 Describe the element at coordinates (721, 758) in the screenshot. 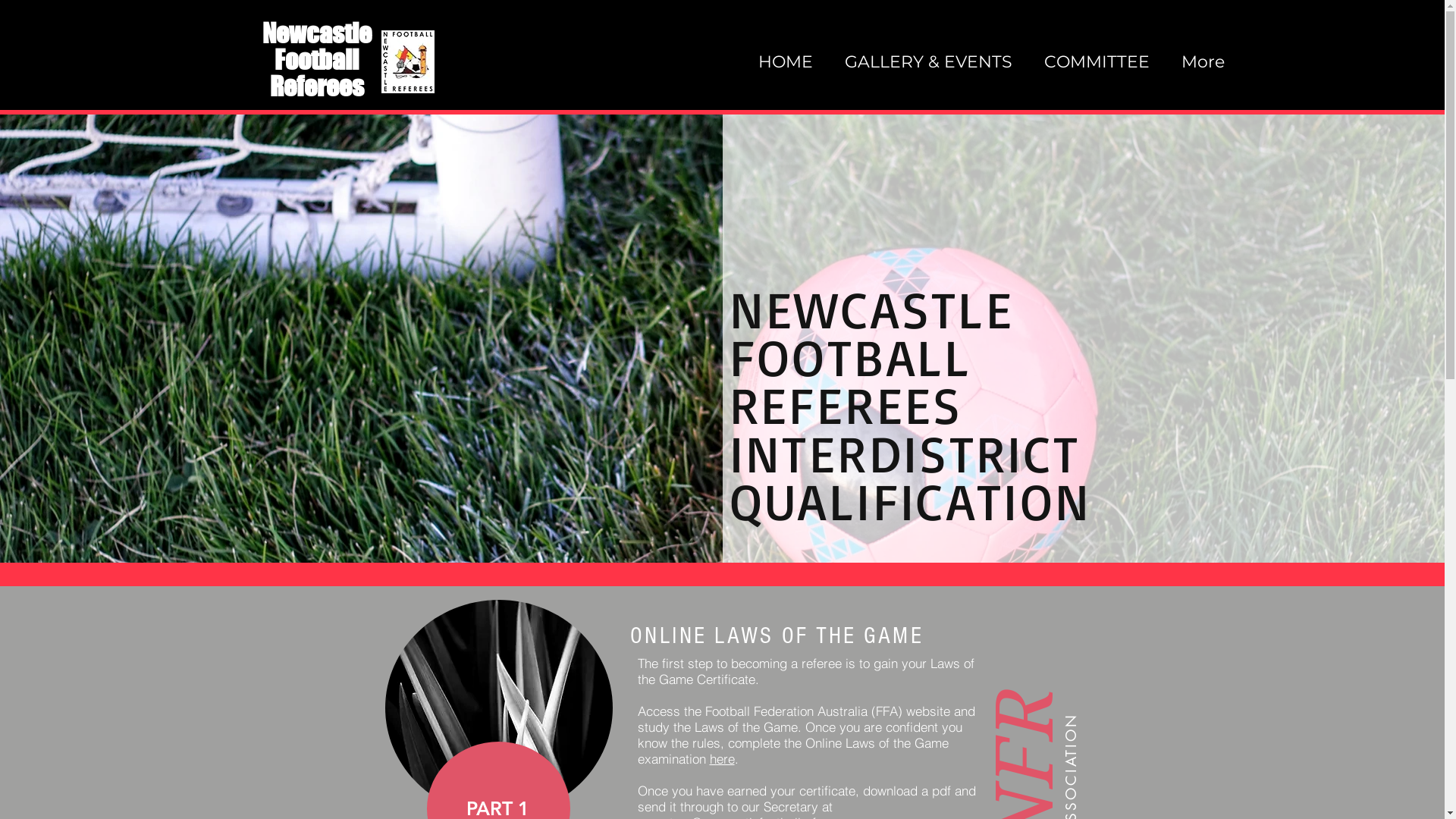

I see `'here'` at that location.